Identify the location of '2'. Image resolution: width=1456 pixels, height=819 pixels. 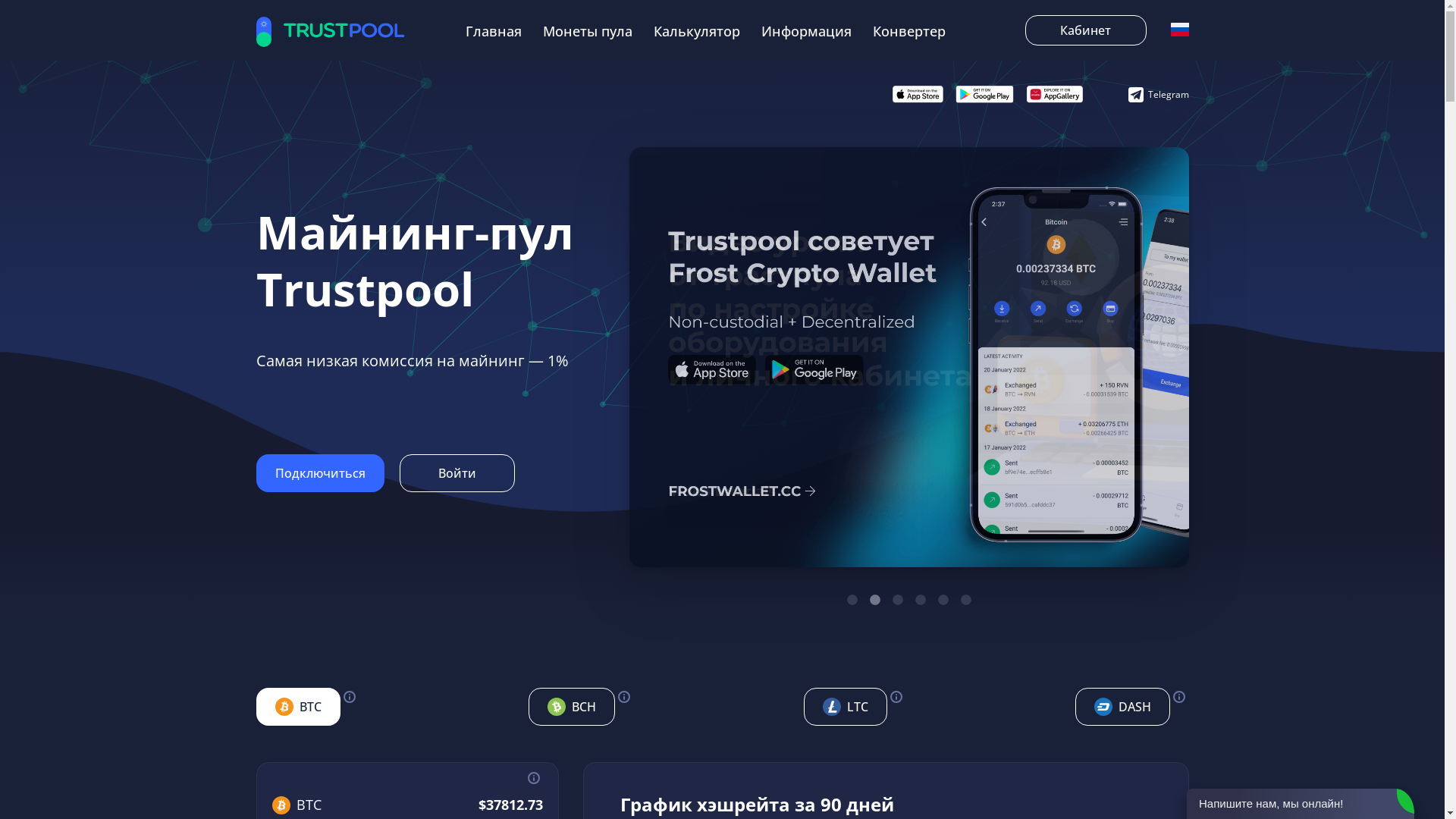
(874, 599).